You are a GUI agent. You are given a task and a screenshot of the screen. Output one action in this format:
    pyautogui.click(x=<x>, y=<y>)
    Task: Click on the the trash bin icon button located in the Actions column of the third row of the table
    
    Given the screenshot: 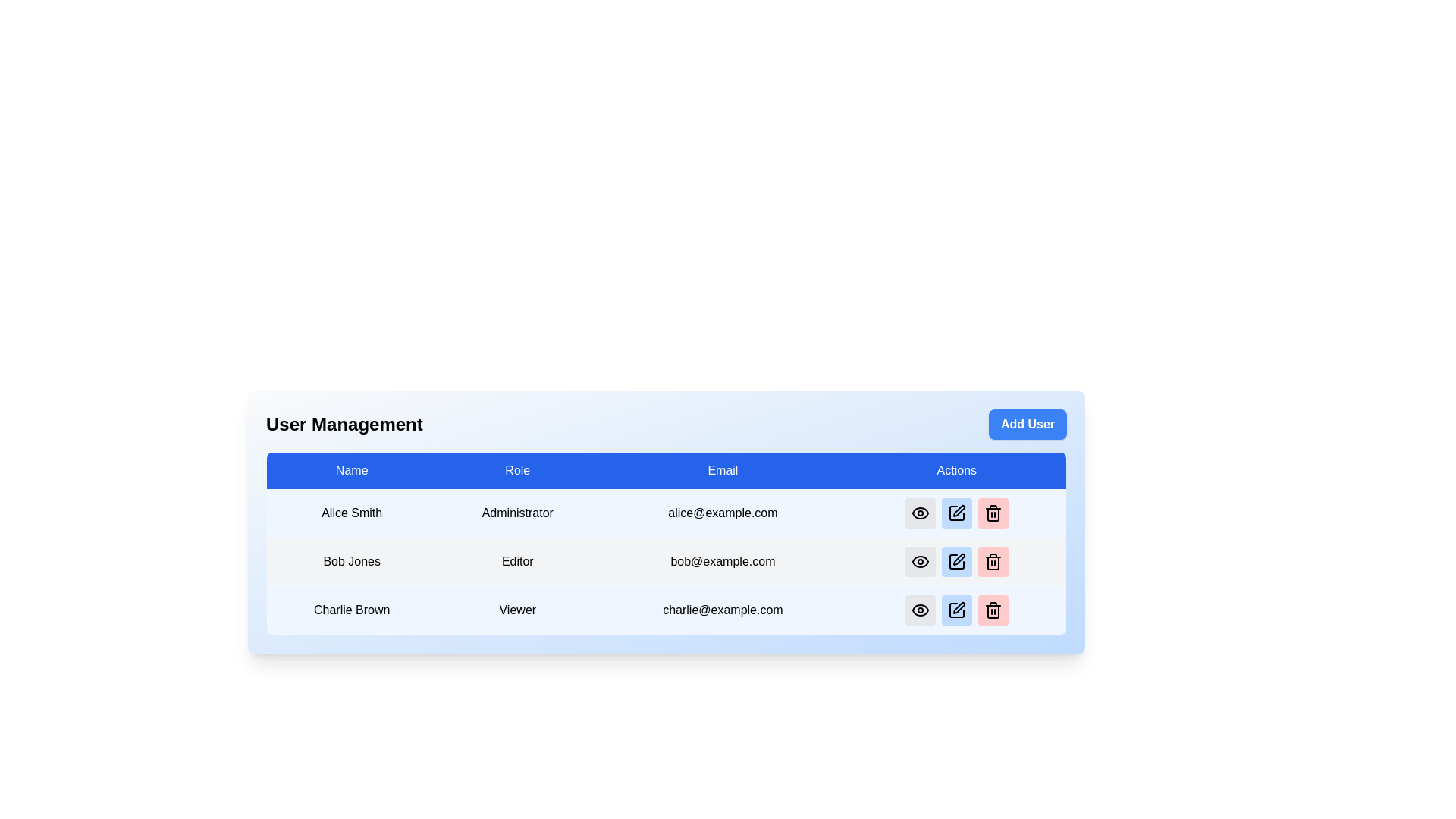 What is the action you would take?
    pyautogui.click(x=993, y=610)
    